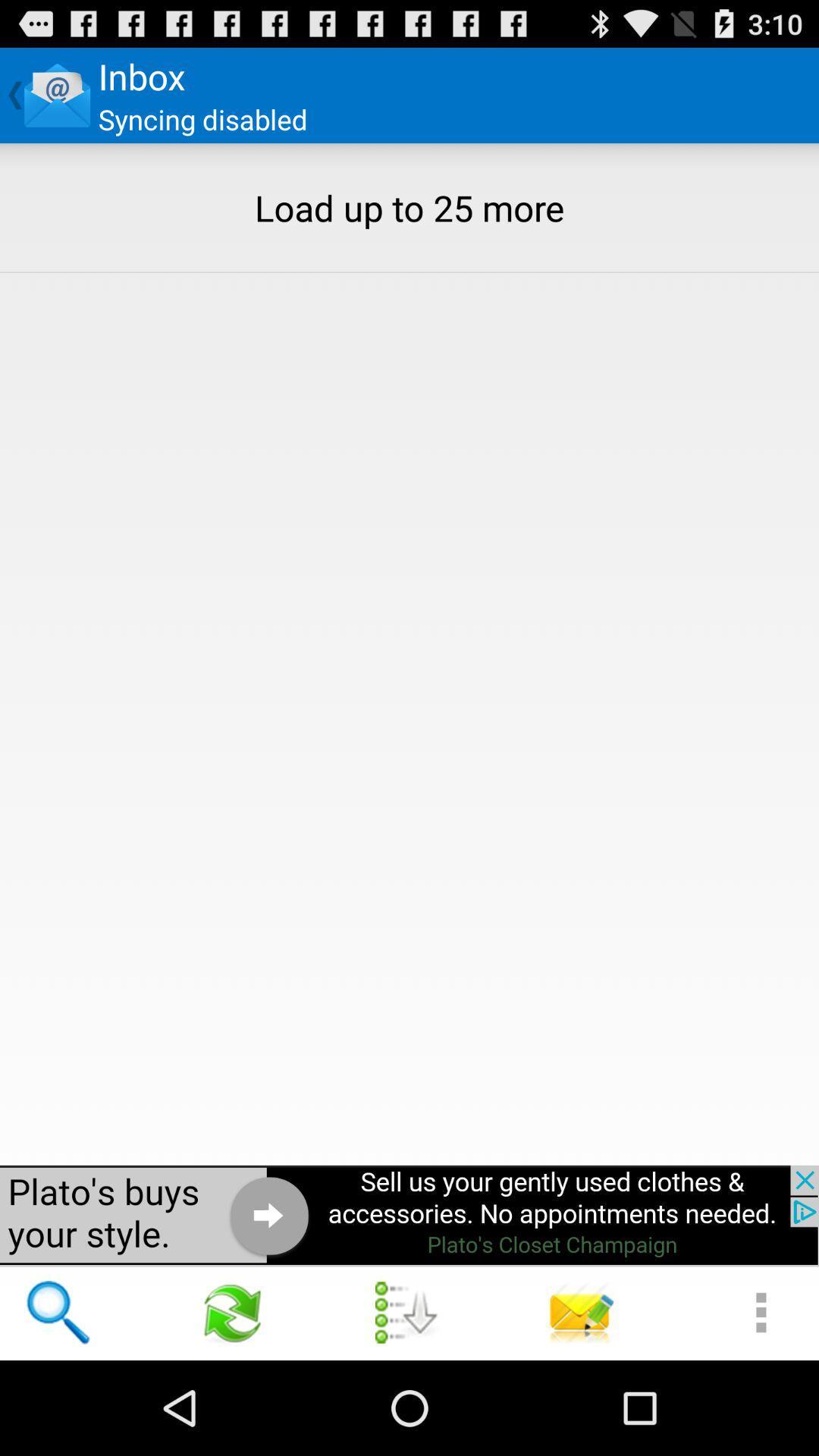 The width and height of the screenshot is (819, 1456). What do you see at coordinates (409, 1215) in the screenshot?
I see `click on advertisements` at bounding box center [409, 1215].